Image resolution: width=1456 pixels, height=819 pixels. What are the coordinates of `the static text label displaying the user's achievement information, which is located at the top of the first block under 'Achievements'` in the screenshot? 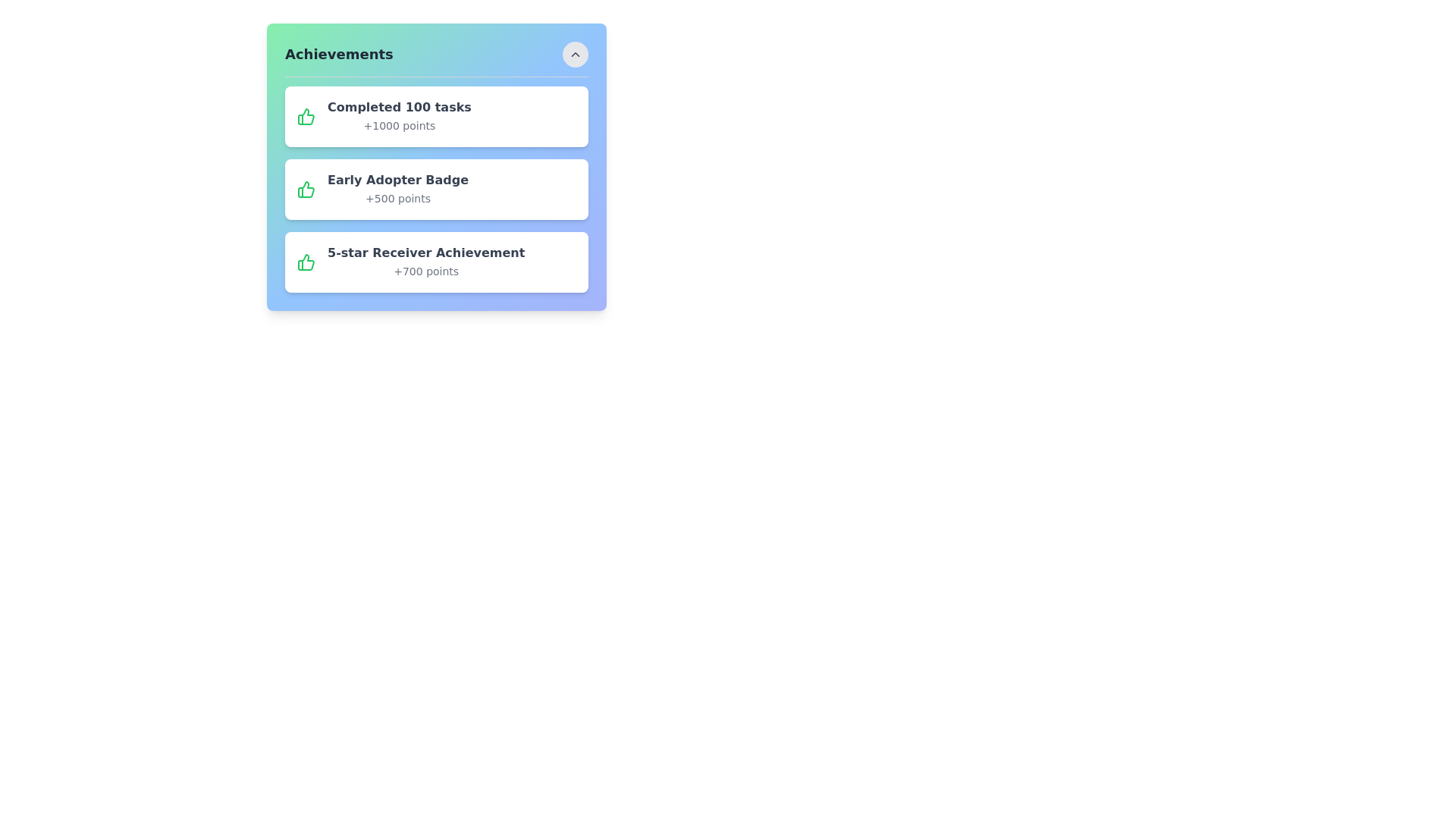 It's located at (399, 107).